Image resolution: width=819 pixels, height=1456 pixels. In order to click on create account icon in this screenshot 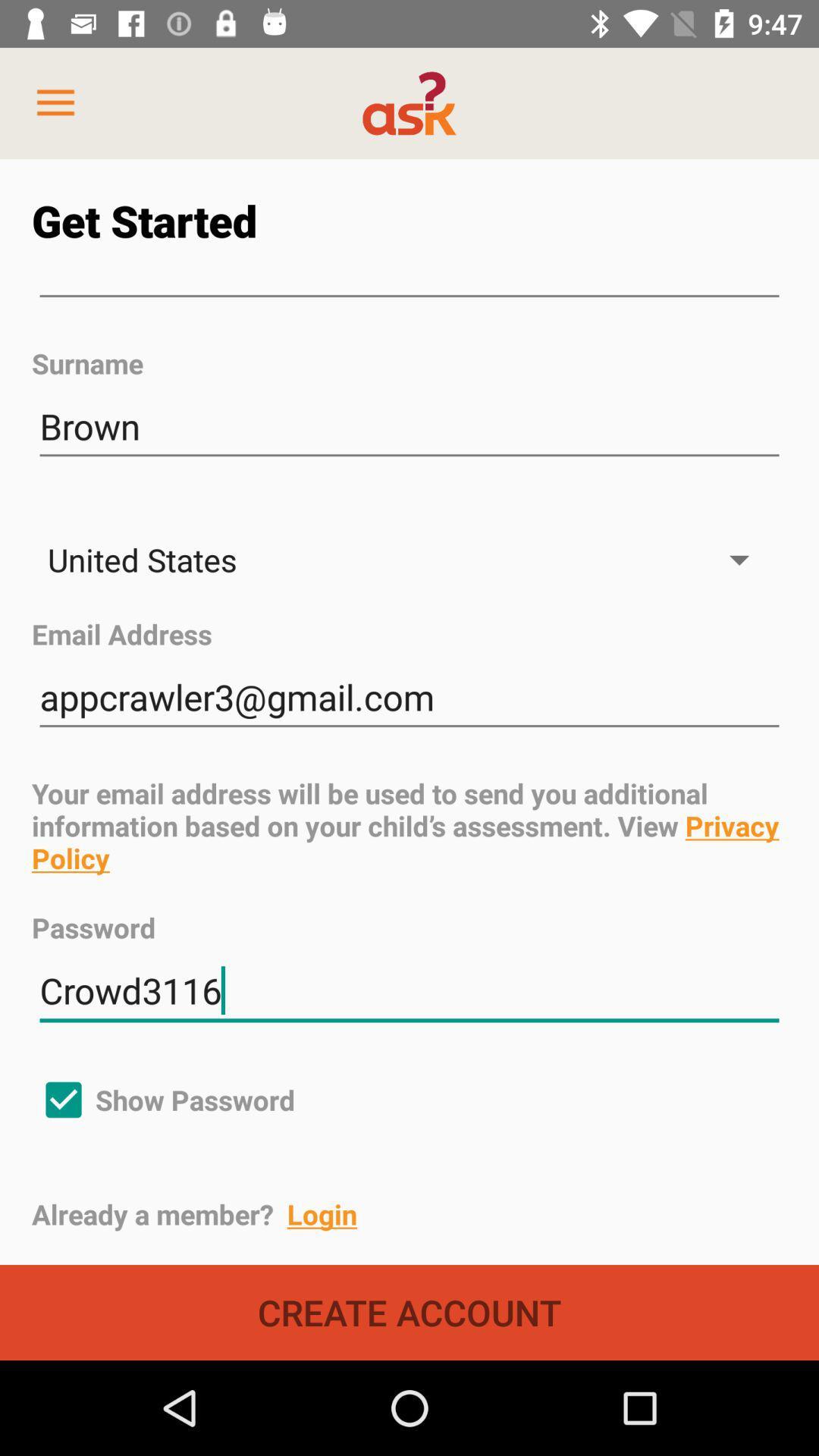, I will do `click(409, 1312)`.